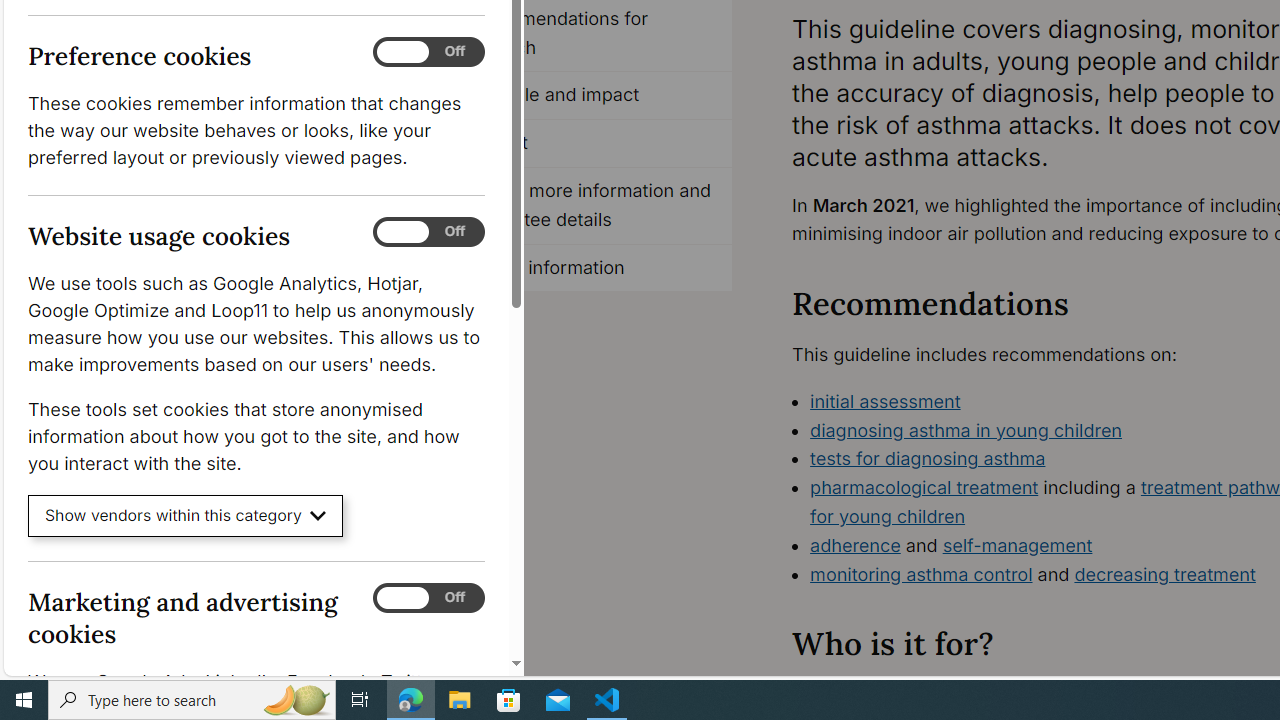 This screenshot has width=1280, height=720. I want to click on 'self-management', so click(1017, 545).